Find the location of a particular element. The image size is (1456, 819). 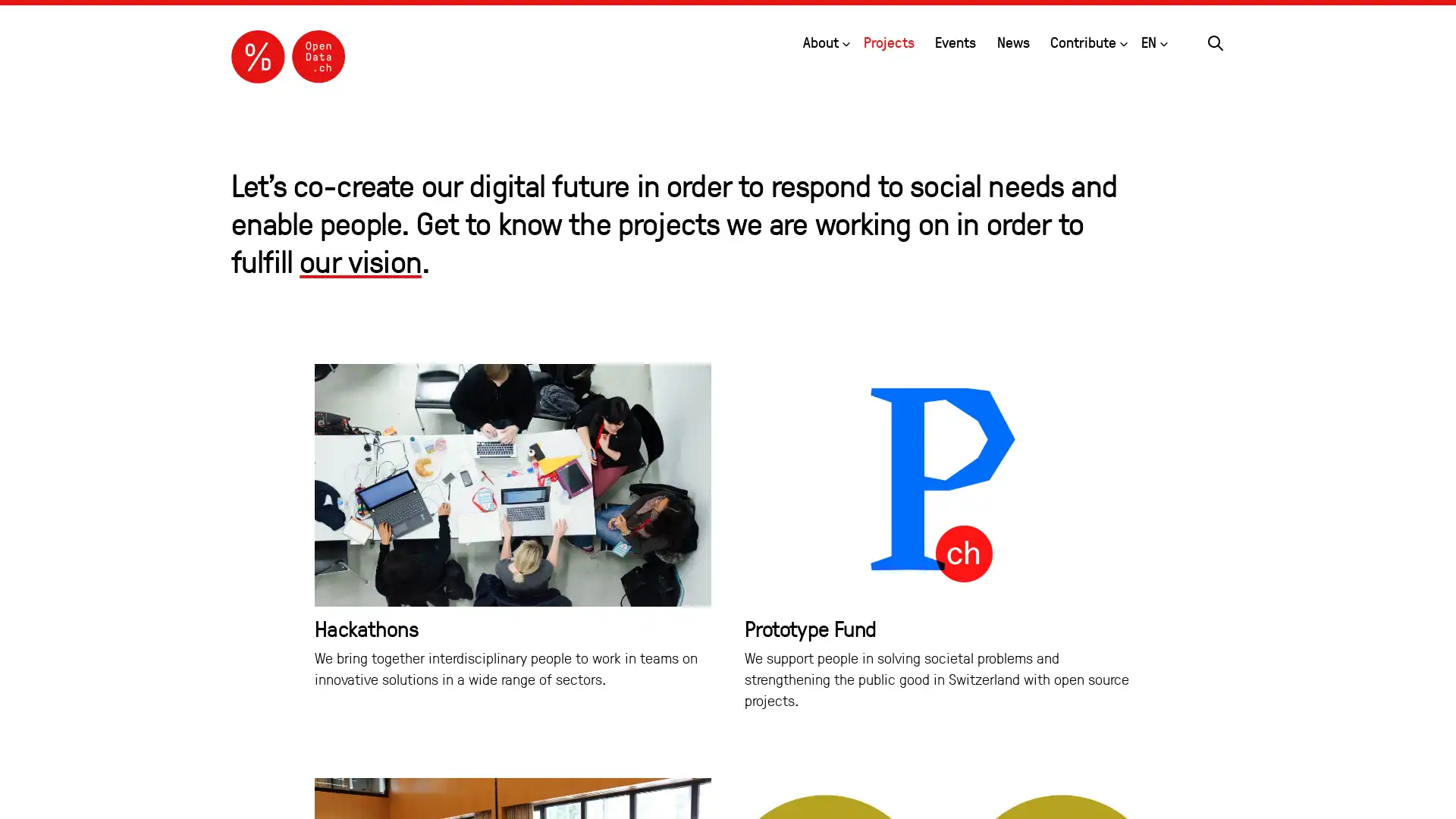

Search is located at coordinates (1216, 40).